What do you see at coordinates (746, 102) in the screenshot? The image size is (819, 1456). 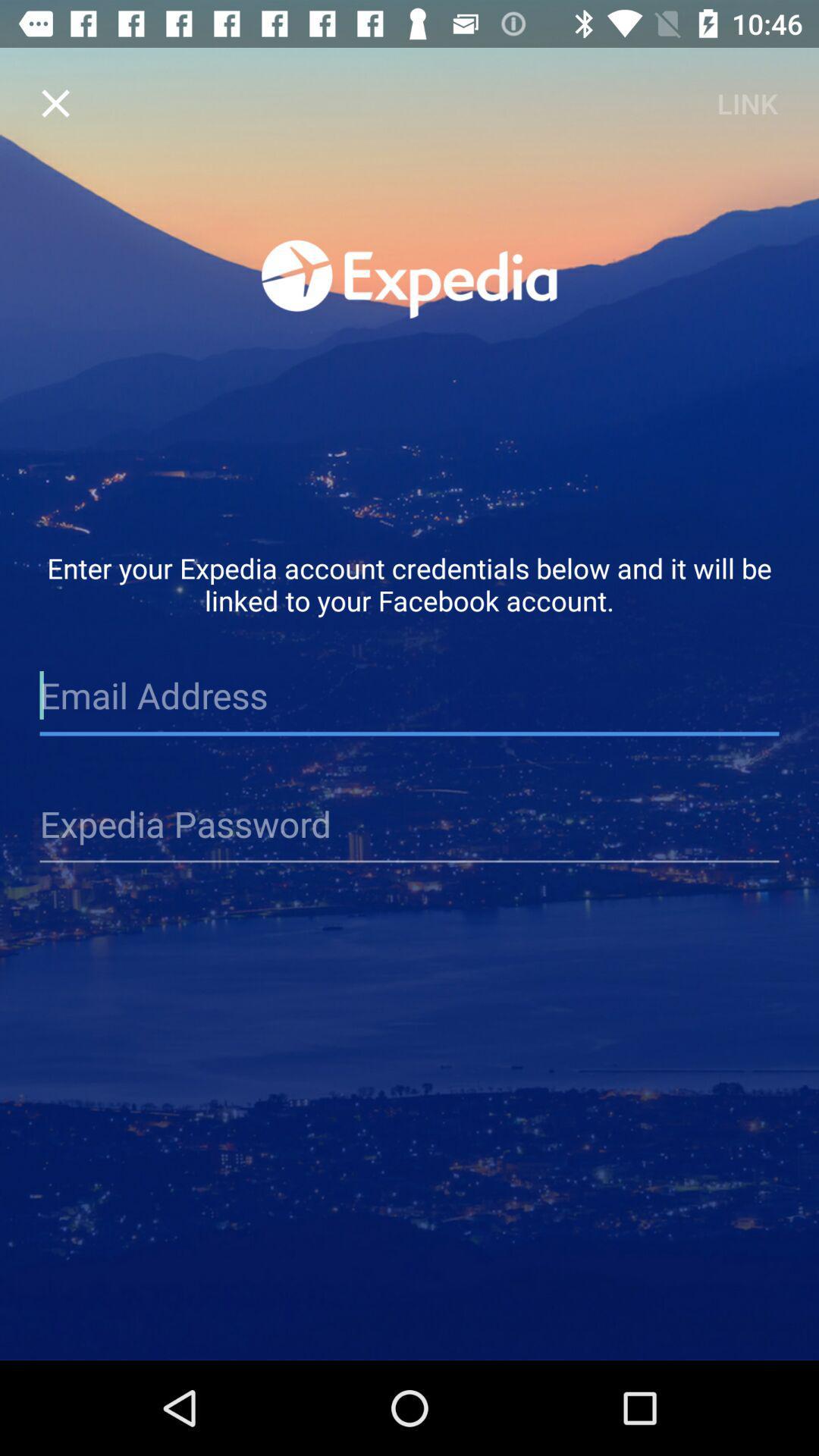 I see `the link at the top right corner` at bounding box center [746, 102].